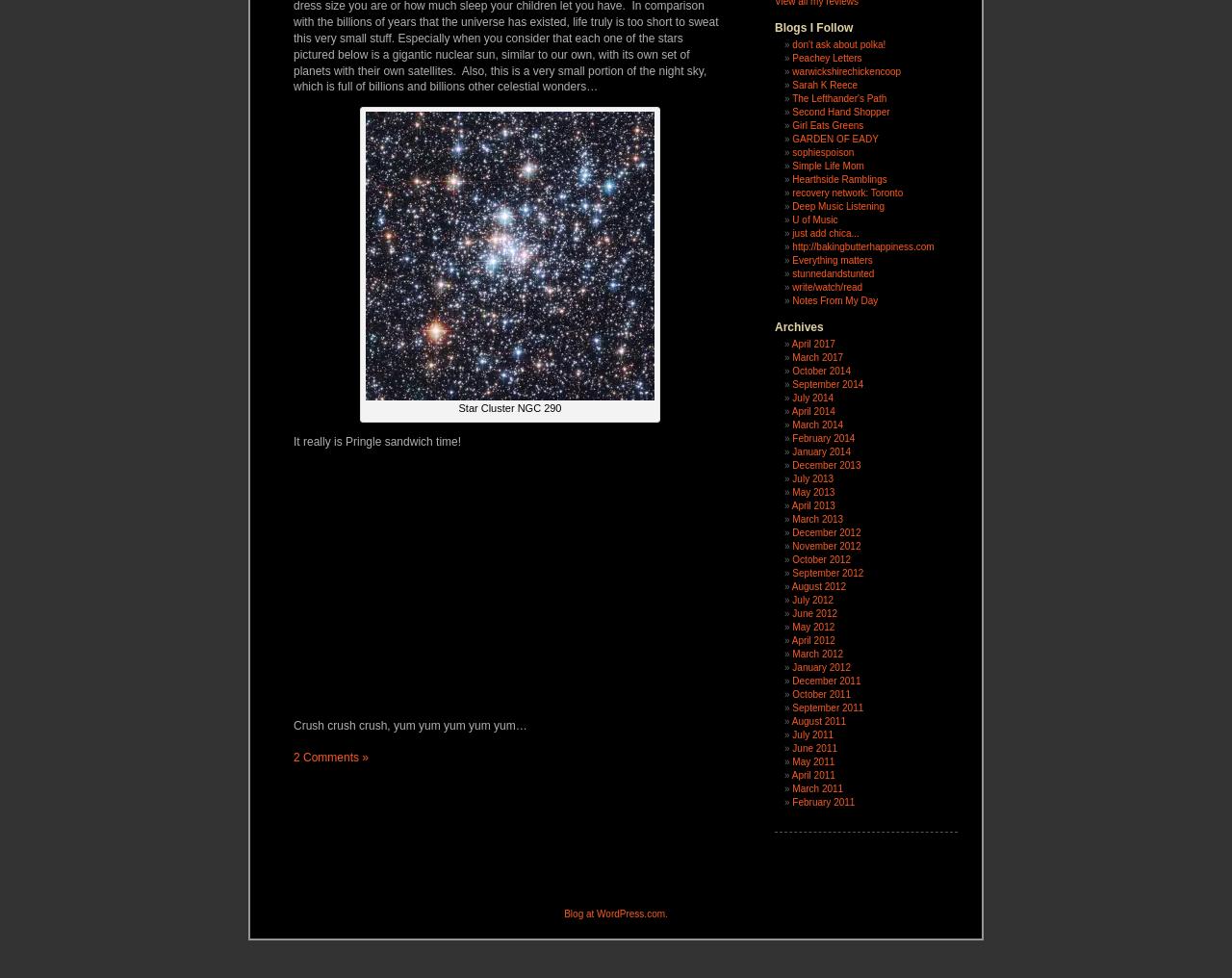  What do you see at coordinates (791, 586) in the screenshot?
I see `'August 2012'` at bounding box center [791, 586].